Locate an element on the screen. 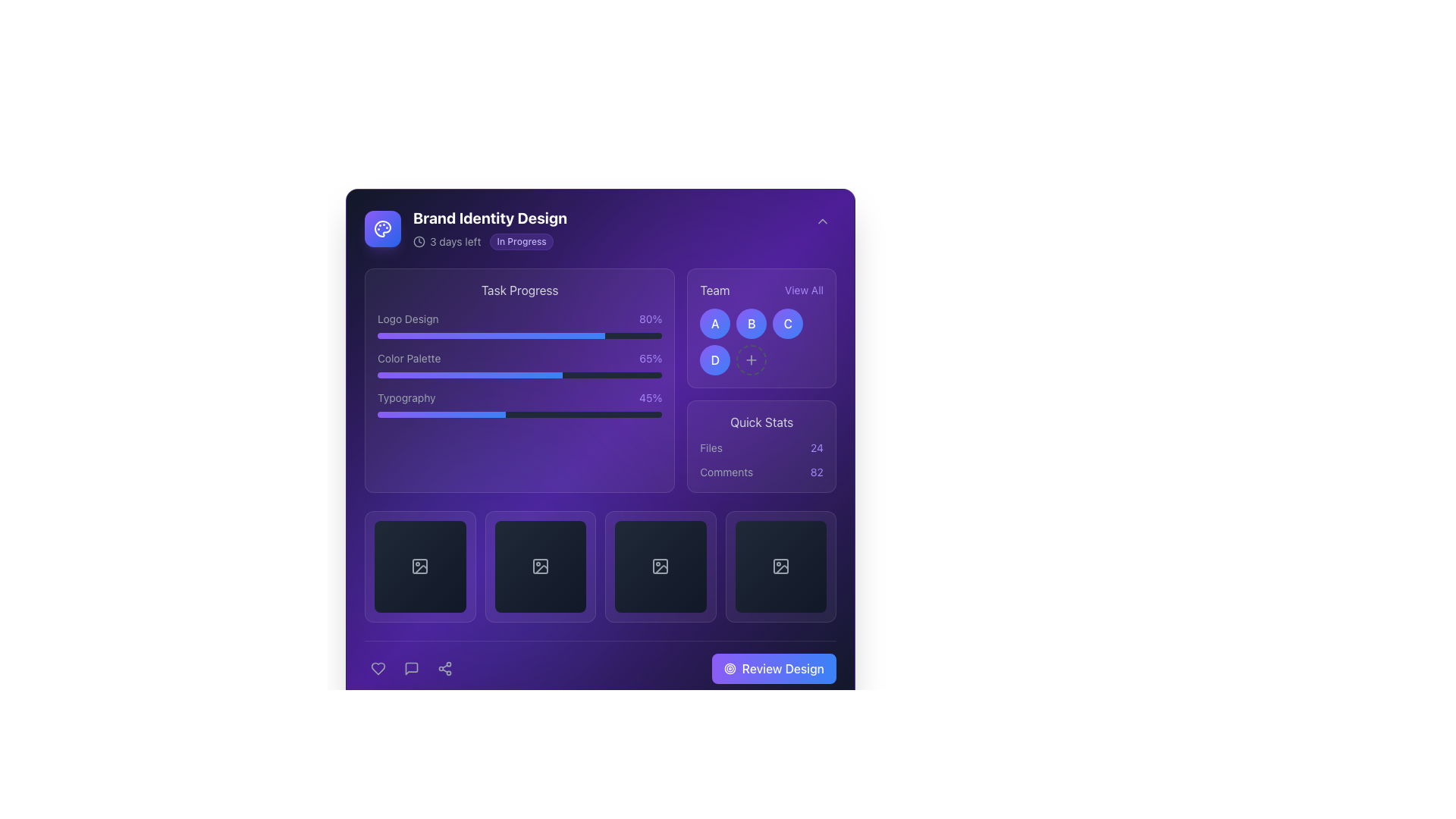 Image resolution: width=1456 pixels, height=819 pixels. the SVG rectangle element styled as an image placeholder located in the top-left square of the grid below the 'Task Progress' section is located at coordinates (420, 566).